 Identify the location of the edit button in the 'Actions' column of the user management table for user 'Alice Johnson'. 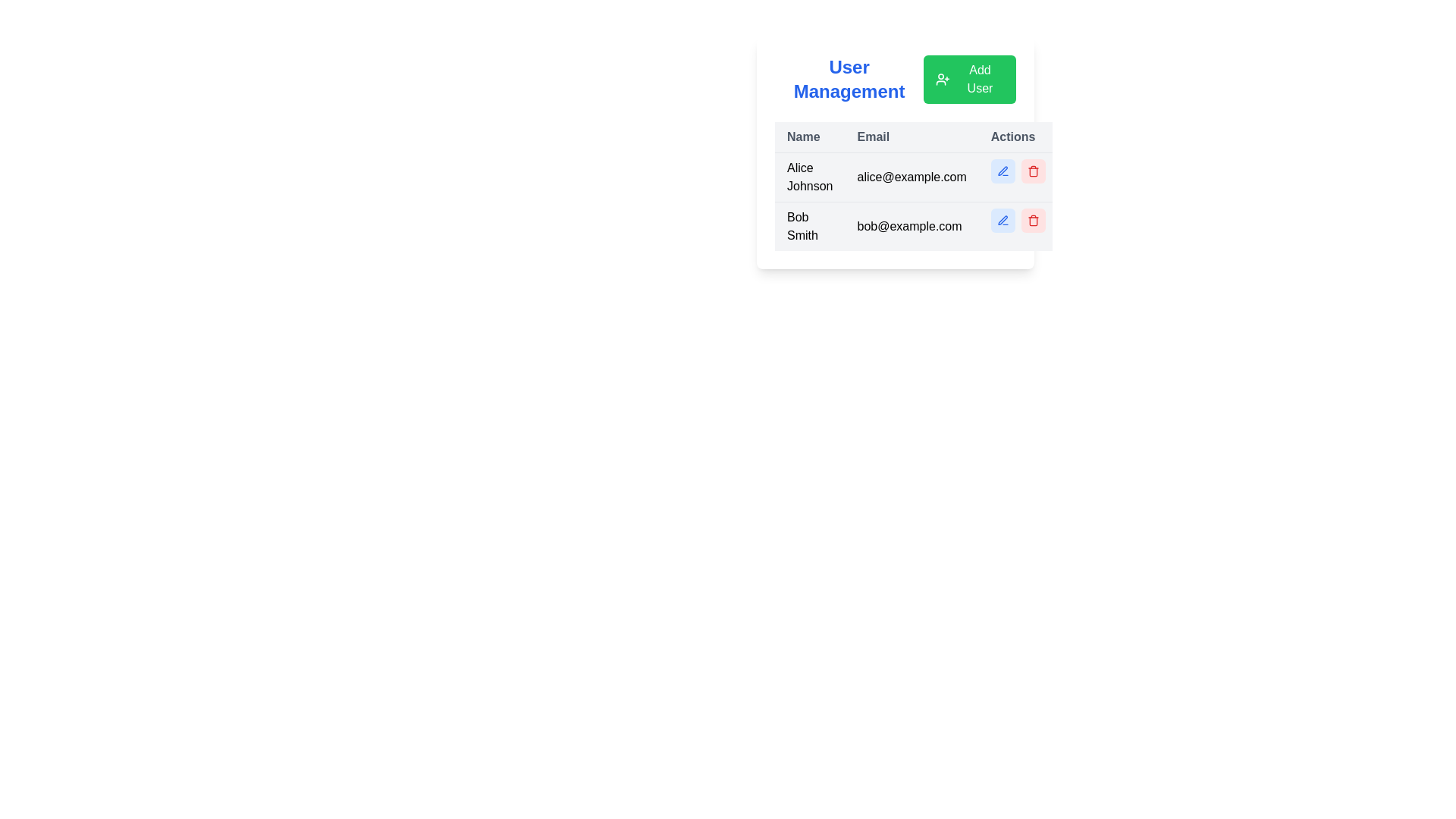
(1003, 171).